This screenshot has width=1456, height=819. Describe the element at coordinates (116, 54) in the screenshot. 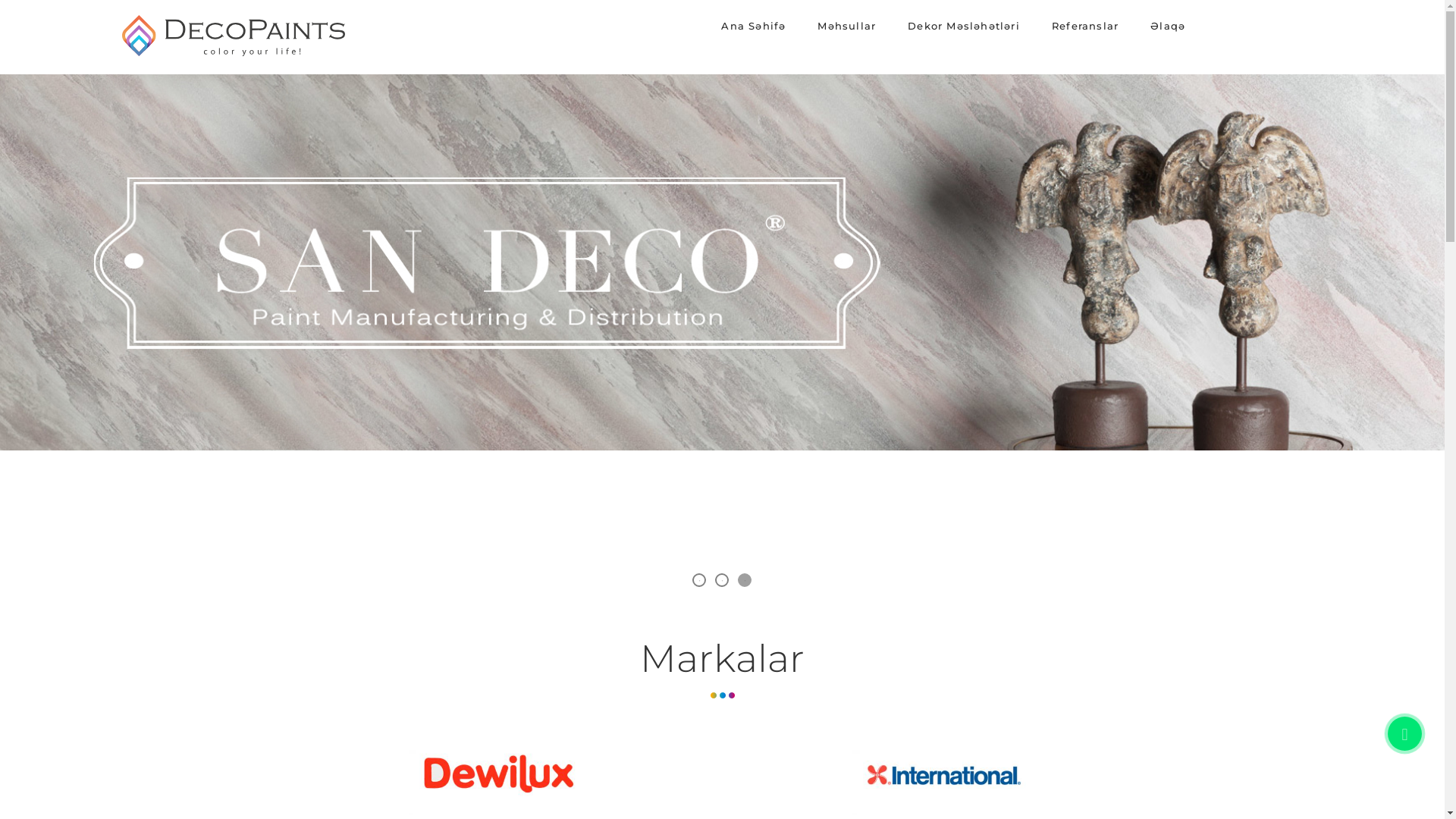

I see `'DecoPaints - Painting Company'` at that location.